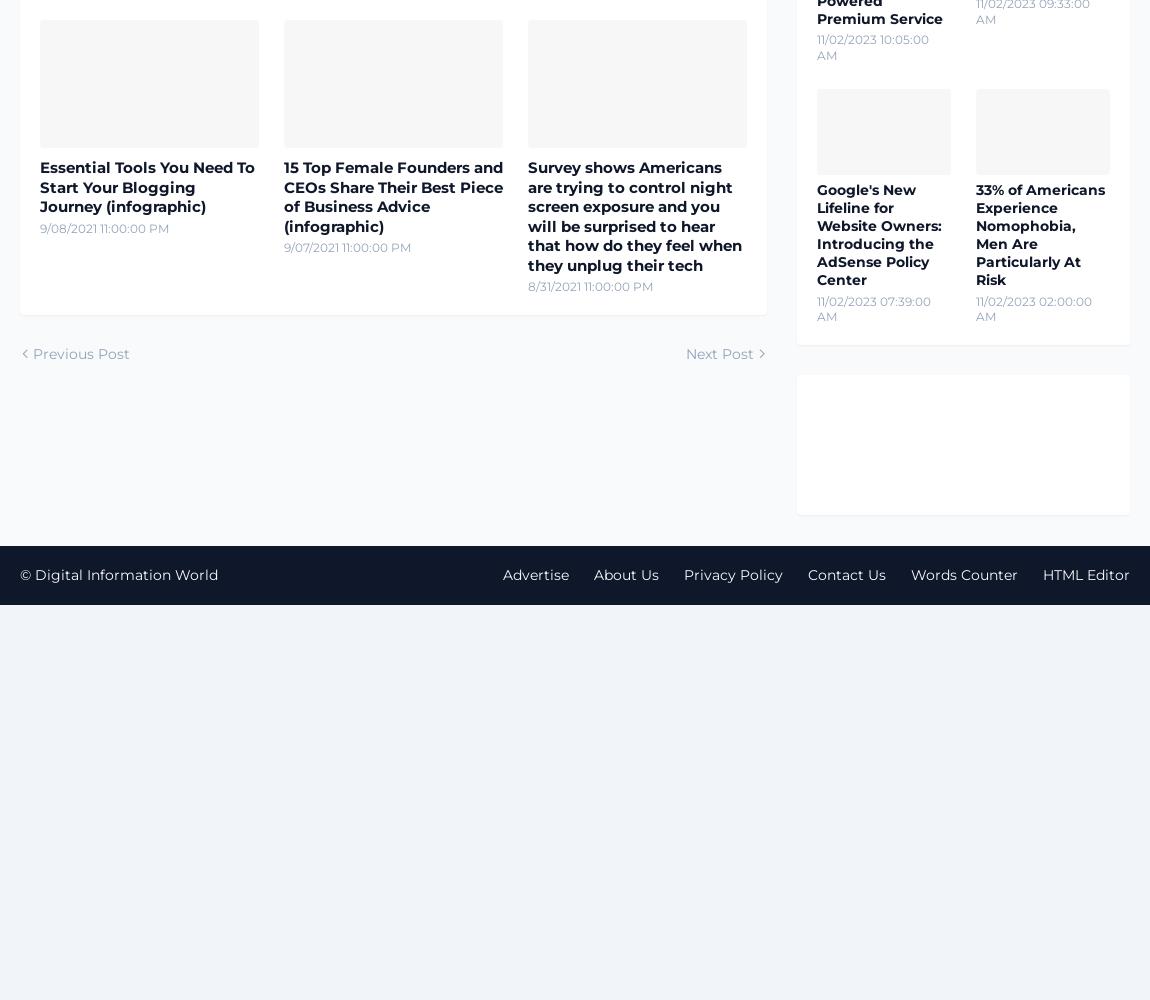 The image size is (1150, 1000). I want to click on 'Google's New Lifeline for Website Owners: Introducing the AdSense Policy Center', so click(879, 233).